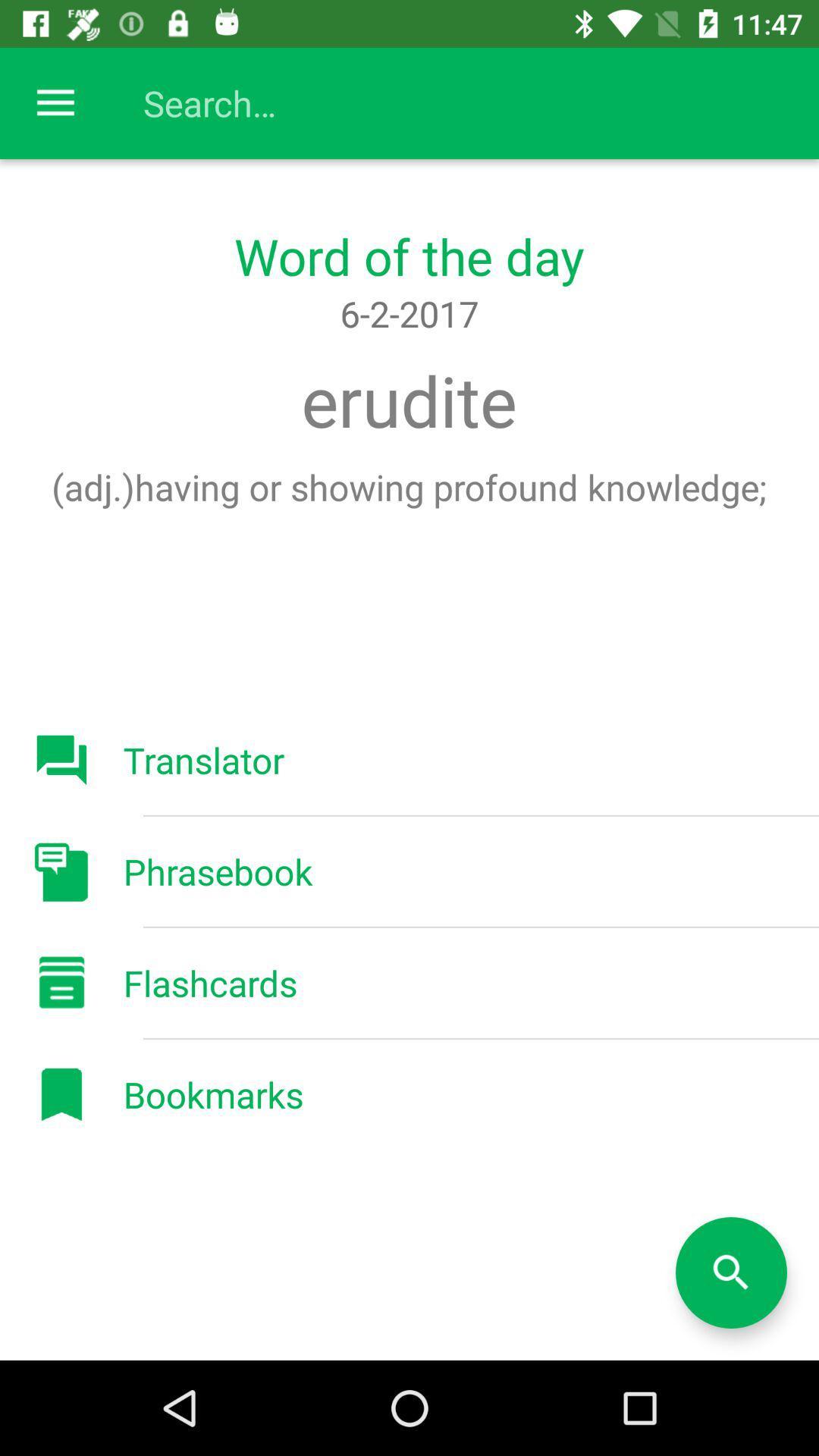  I want to click on icon at the top left corner, so click(55, 102).